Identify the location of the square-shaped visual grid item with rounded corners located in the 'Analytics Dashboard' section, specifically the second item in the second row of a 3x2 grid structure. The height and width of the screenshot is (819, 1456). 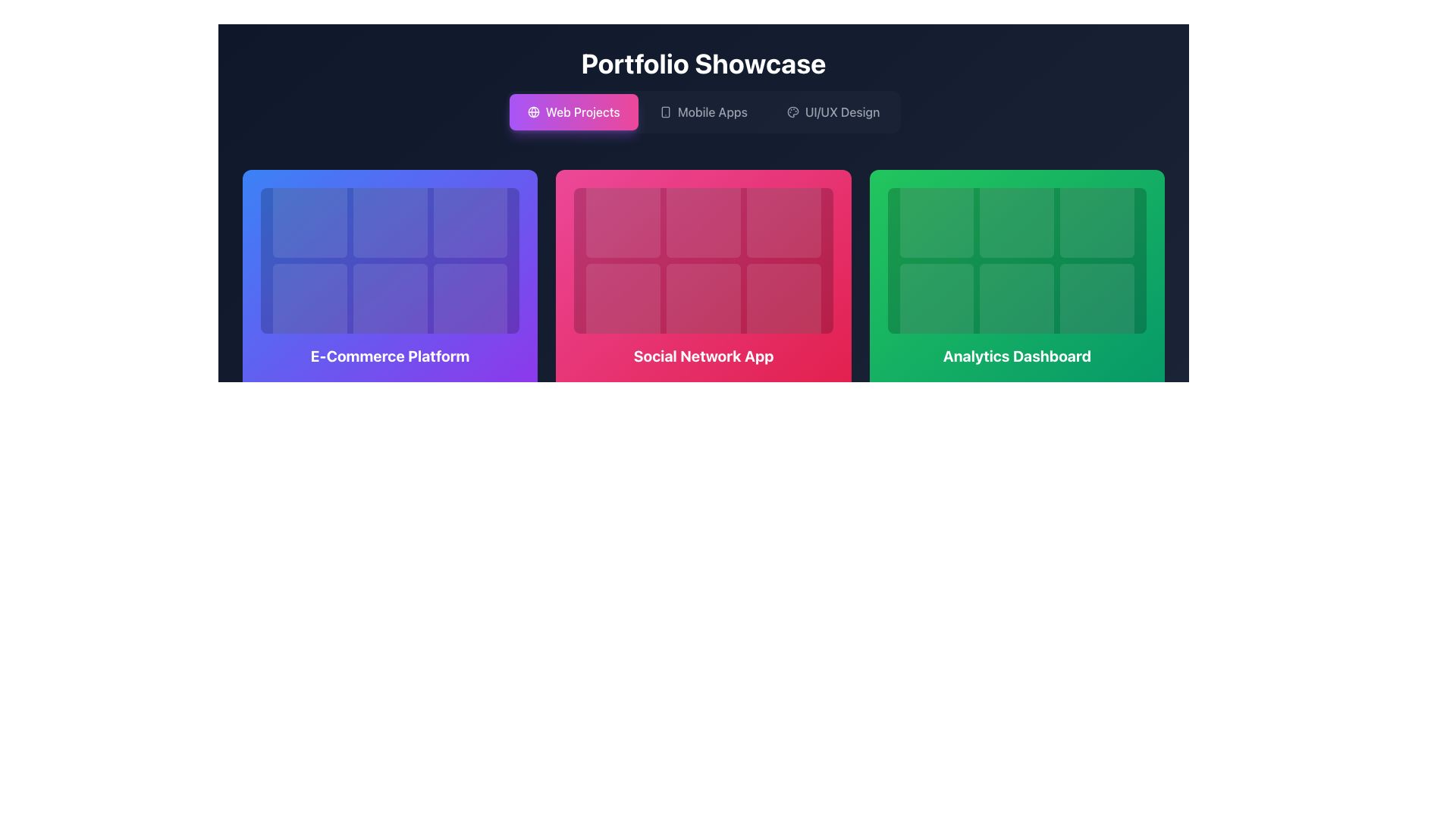
(1017, 300).